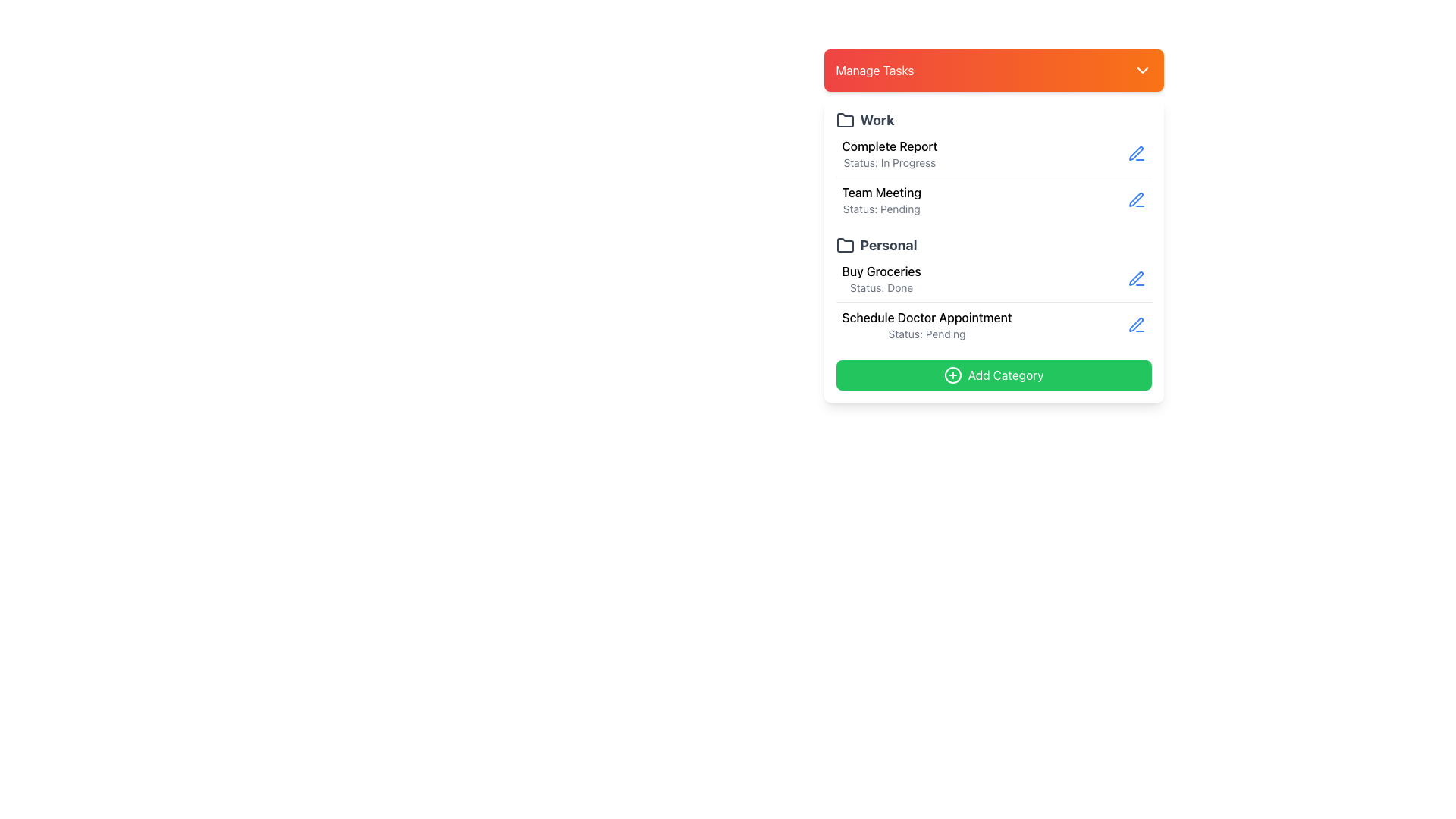 The height and width of the screenshot is (819, 1456). What do you see at coordinates (1136, 199) in the screenshot?
I see `the icon button located to the right of the 'Team Meeting' task in the 'Work' category to initiate editing the task details` at bounding box center [1136, 199].